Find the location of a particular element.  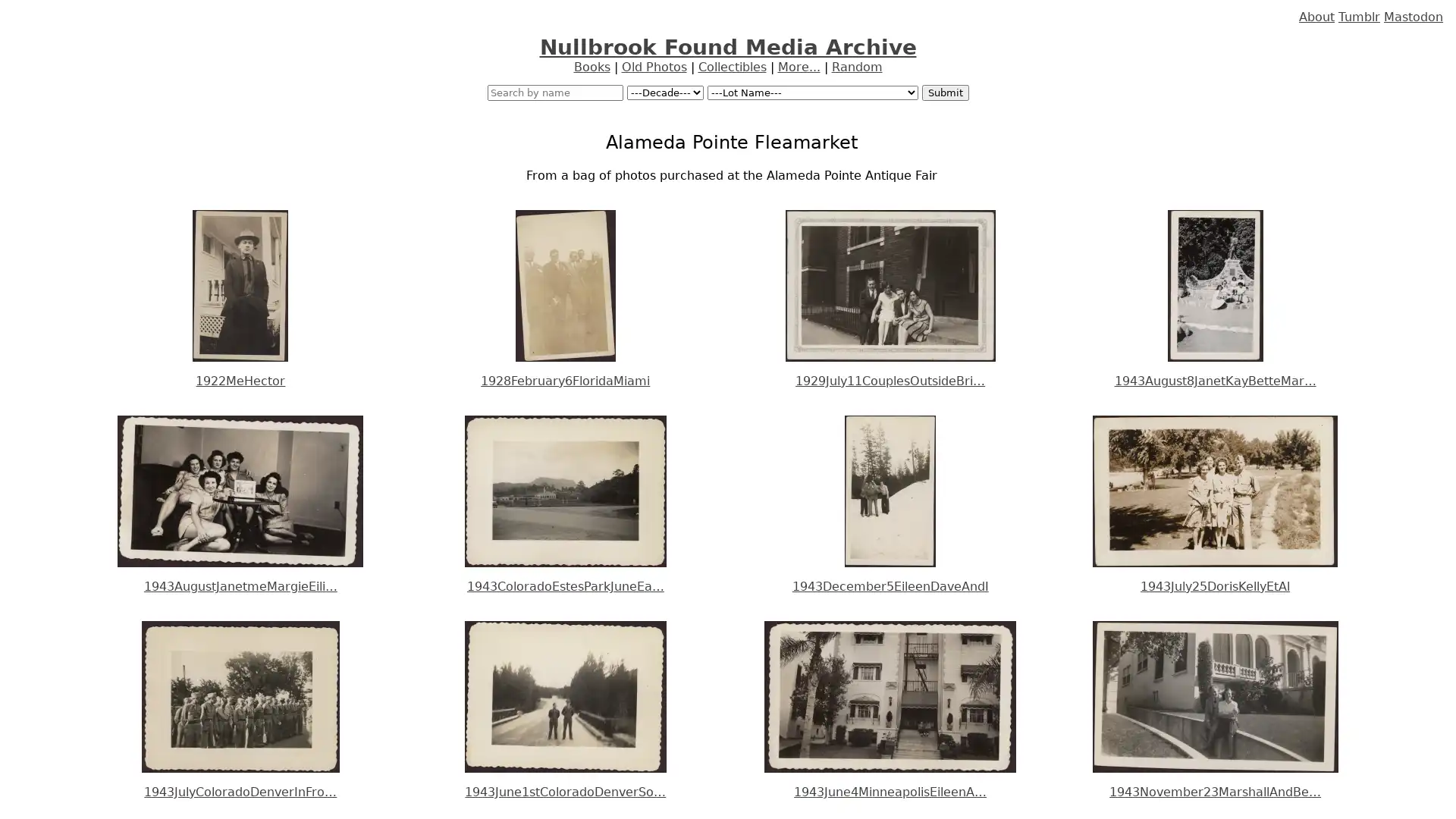

Submit is located at coordinates (944, 93).